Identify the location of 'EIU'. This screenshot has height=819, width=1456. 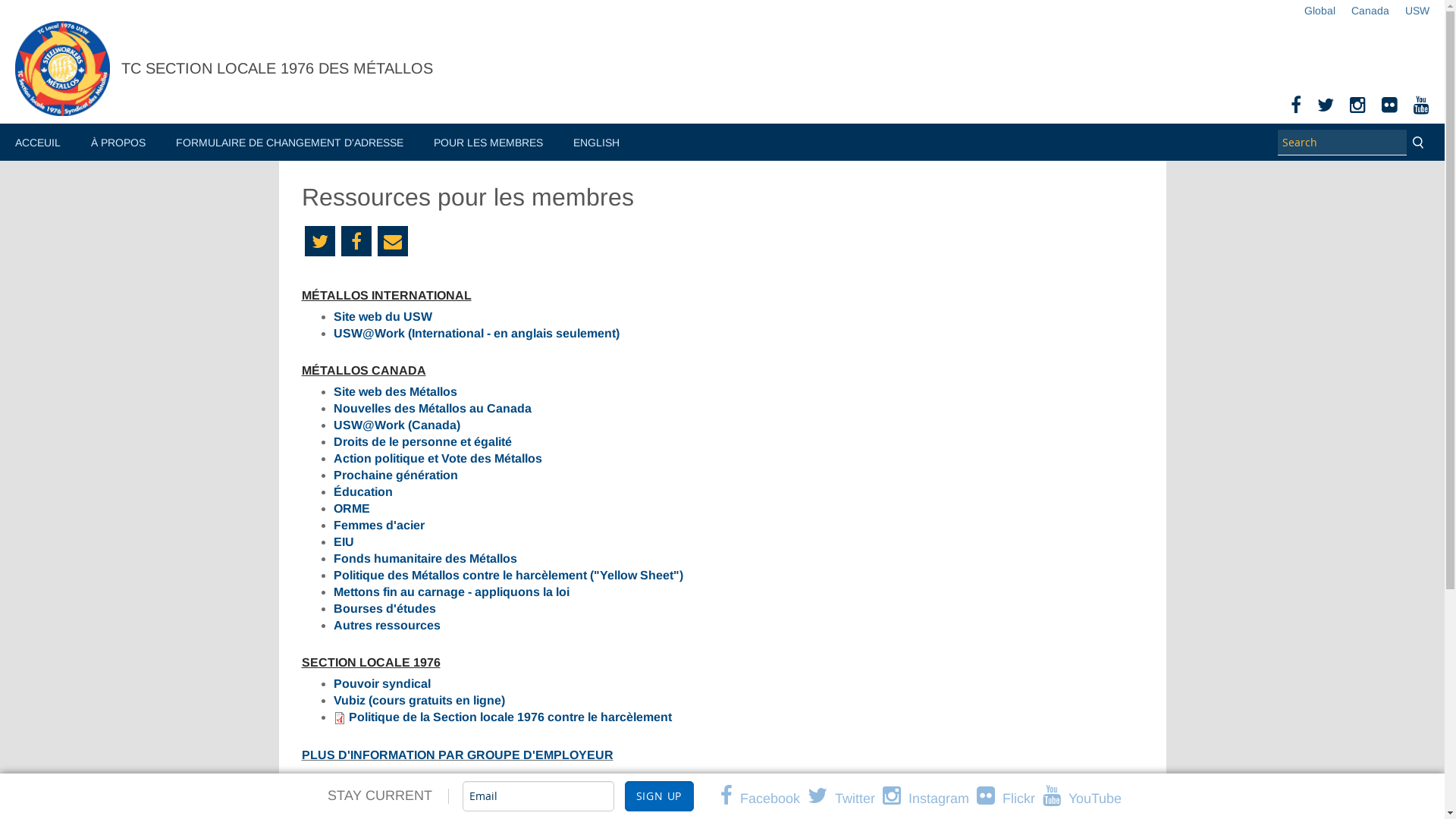
(343, 541).